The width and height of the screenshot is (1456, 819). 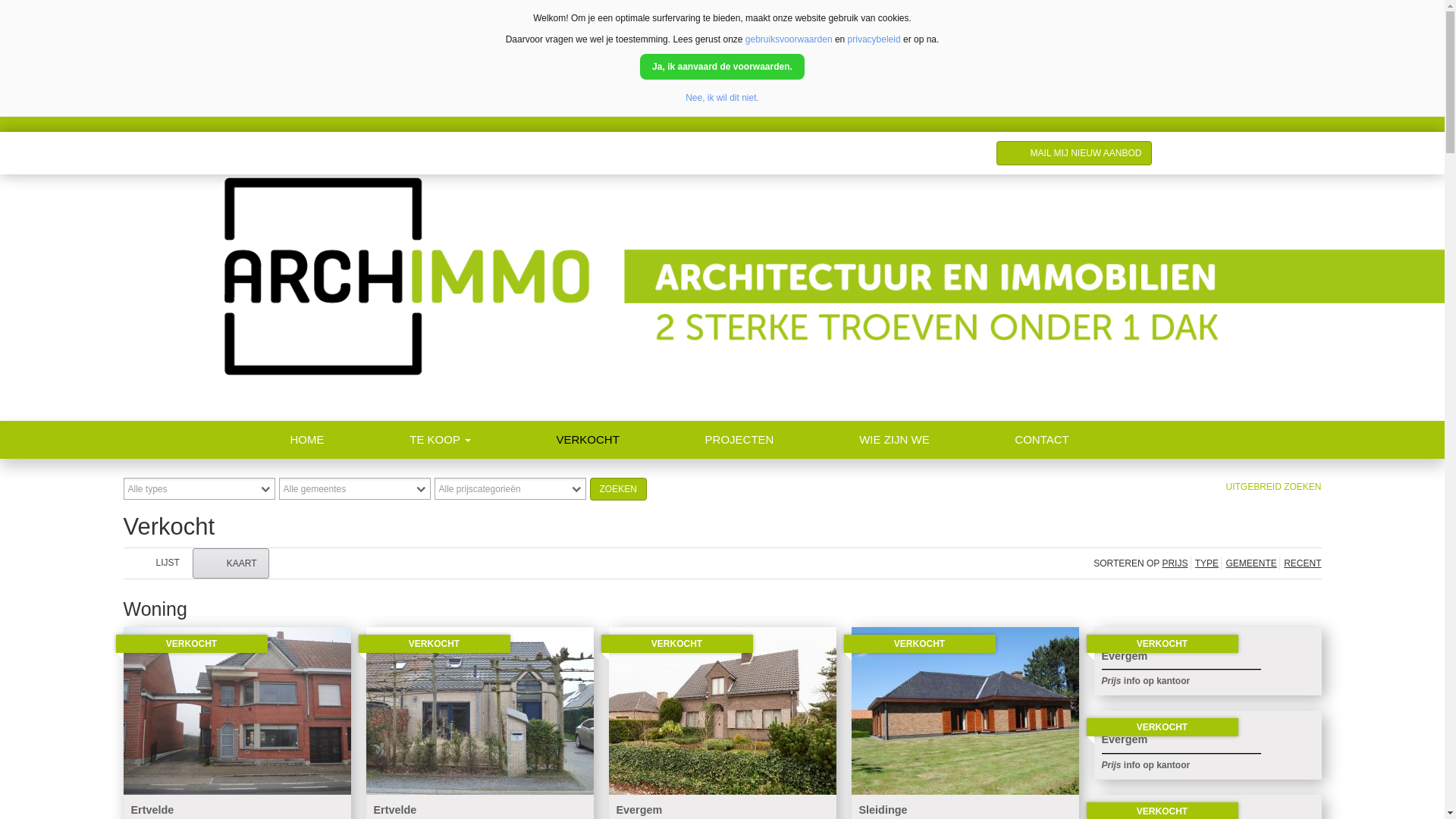 I want to click on 'PRIJS', so click(x=1174, y=563).